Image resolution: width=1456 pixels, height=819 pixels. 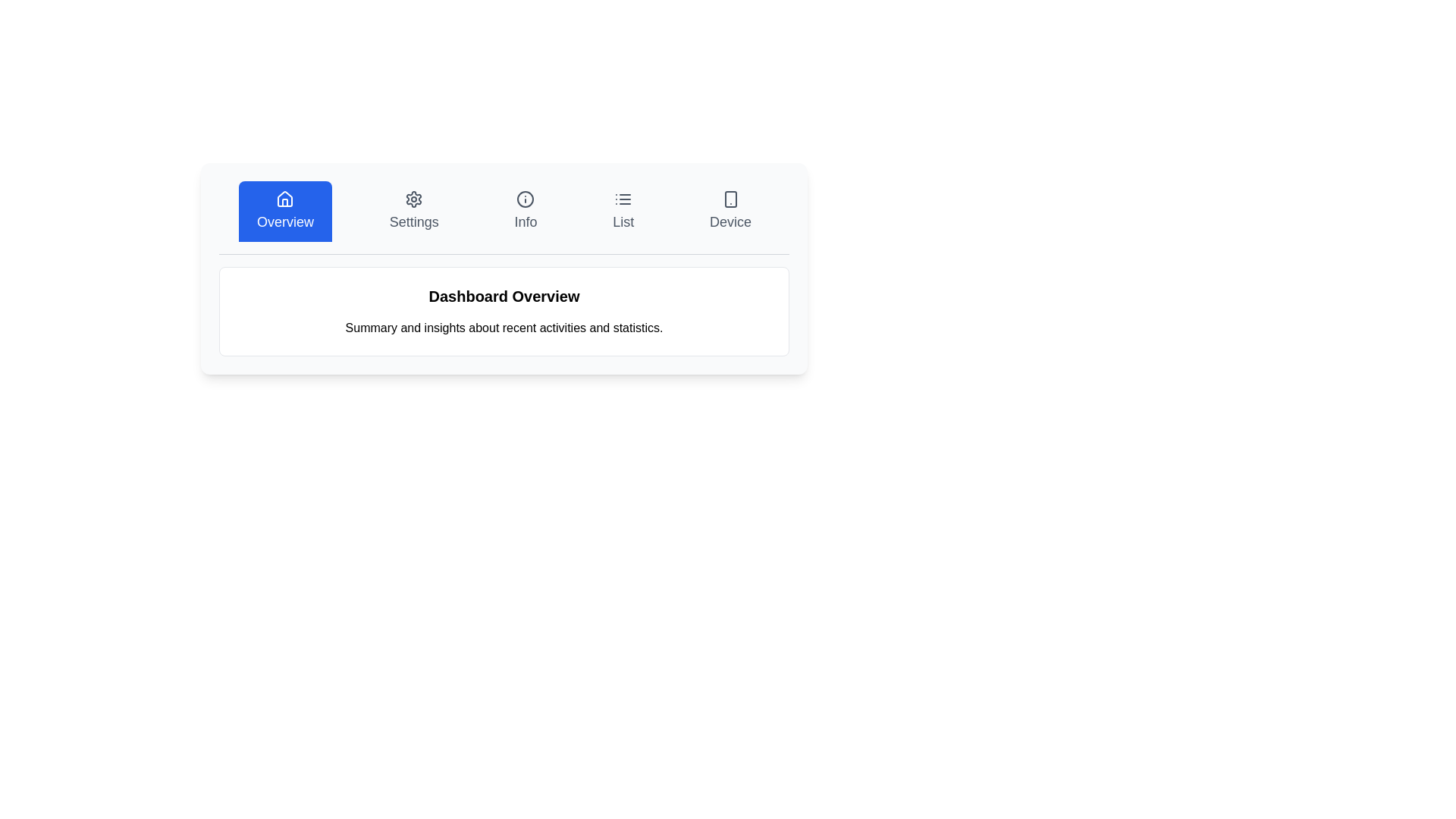 I want to click on the 'Overview' tab label in the navigation bar, so click(x=285, y=222).